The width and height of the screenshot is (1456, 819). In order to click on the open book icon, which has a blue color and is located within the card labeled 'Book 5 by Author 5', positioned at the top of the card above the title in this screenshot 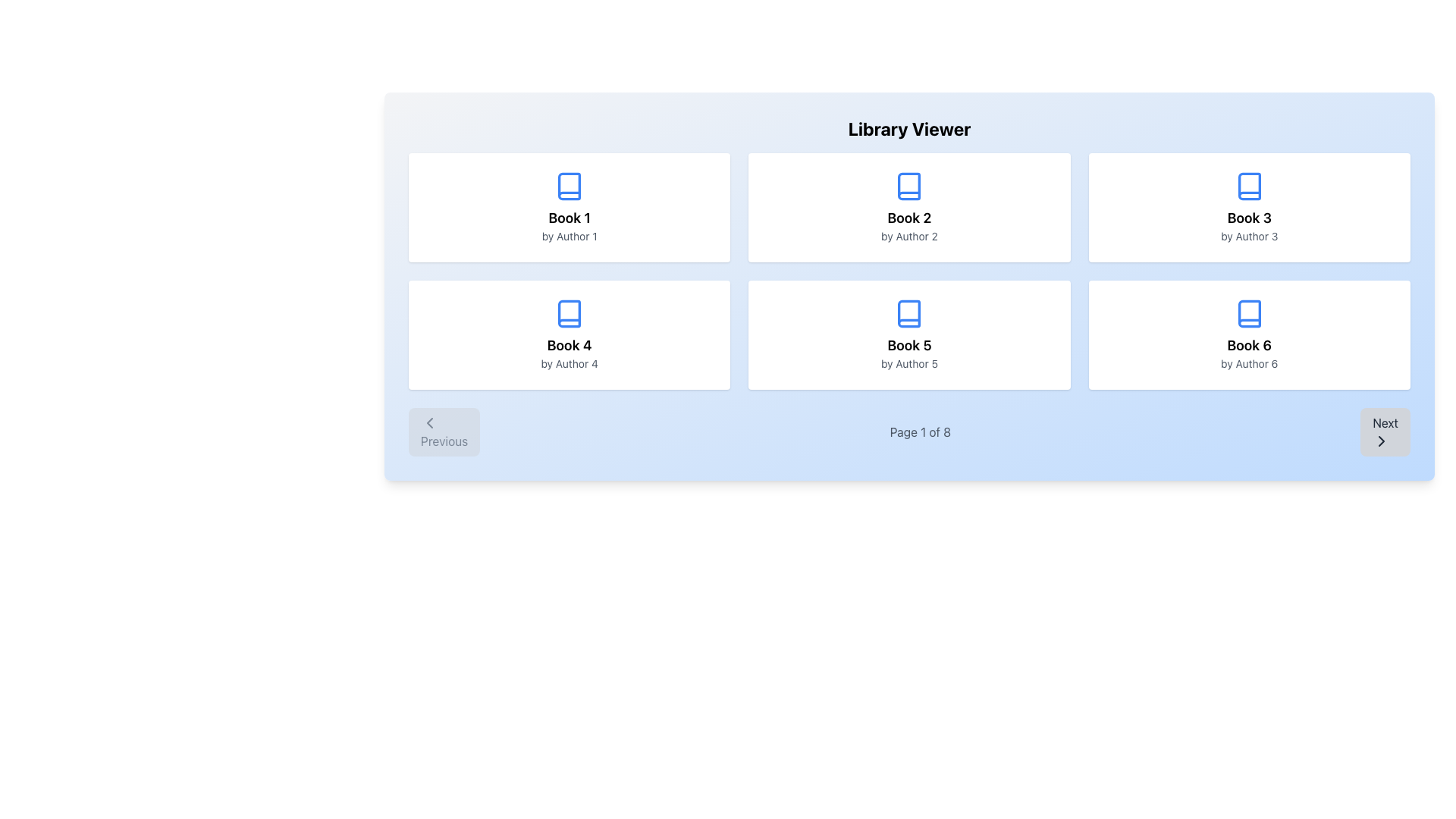, I will do `click(909, 312)`.